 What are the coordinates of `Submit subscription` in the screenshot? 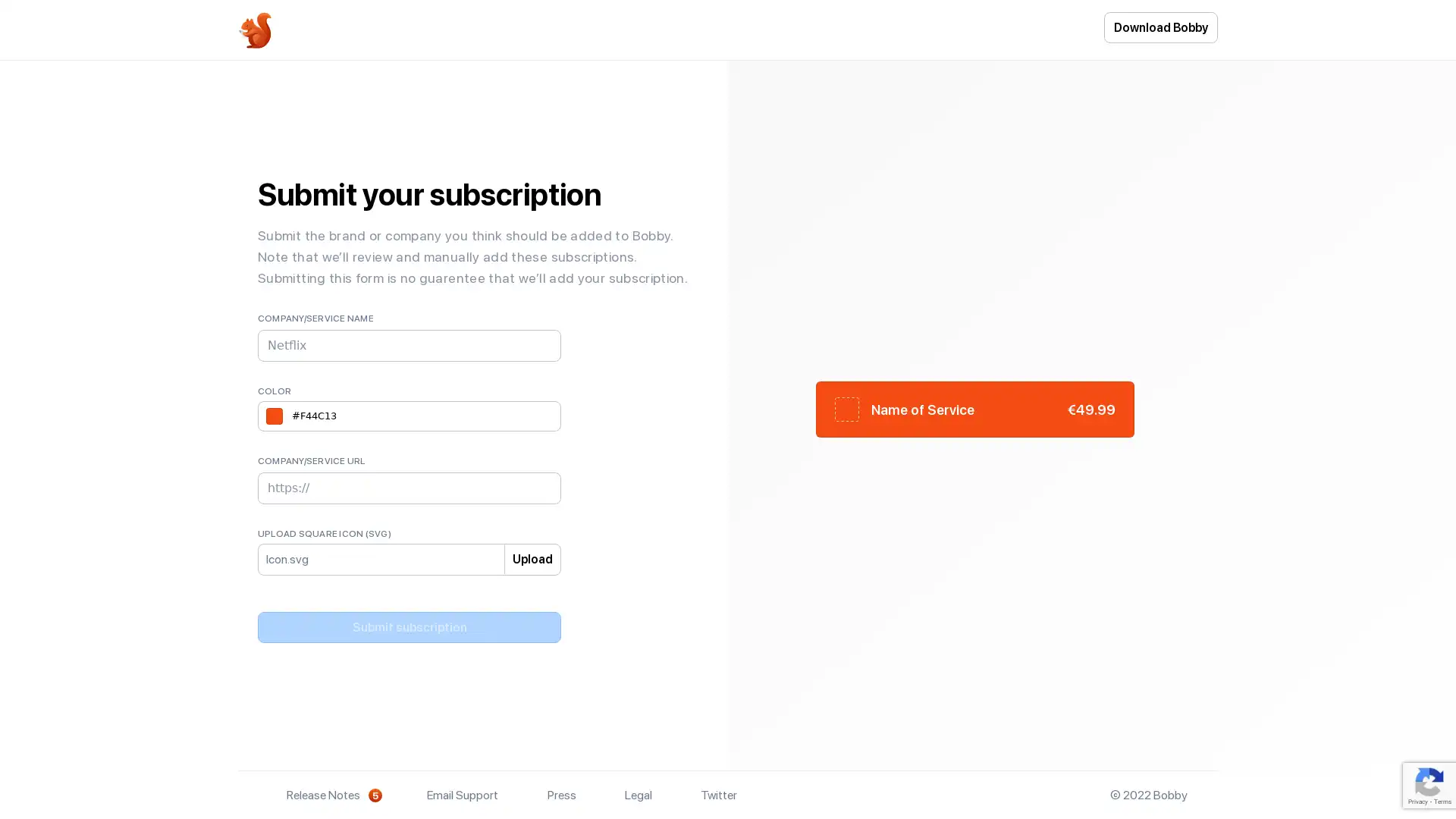 It's located at (409, 626).